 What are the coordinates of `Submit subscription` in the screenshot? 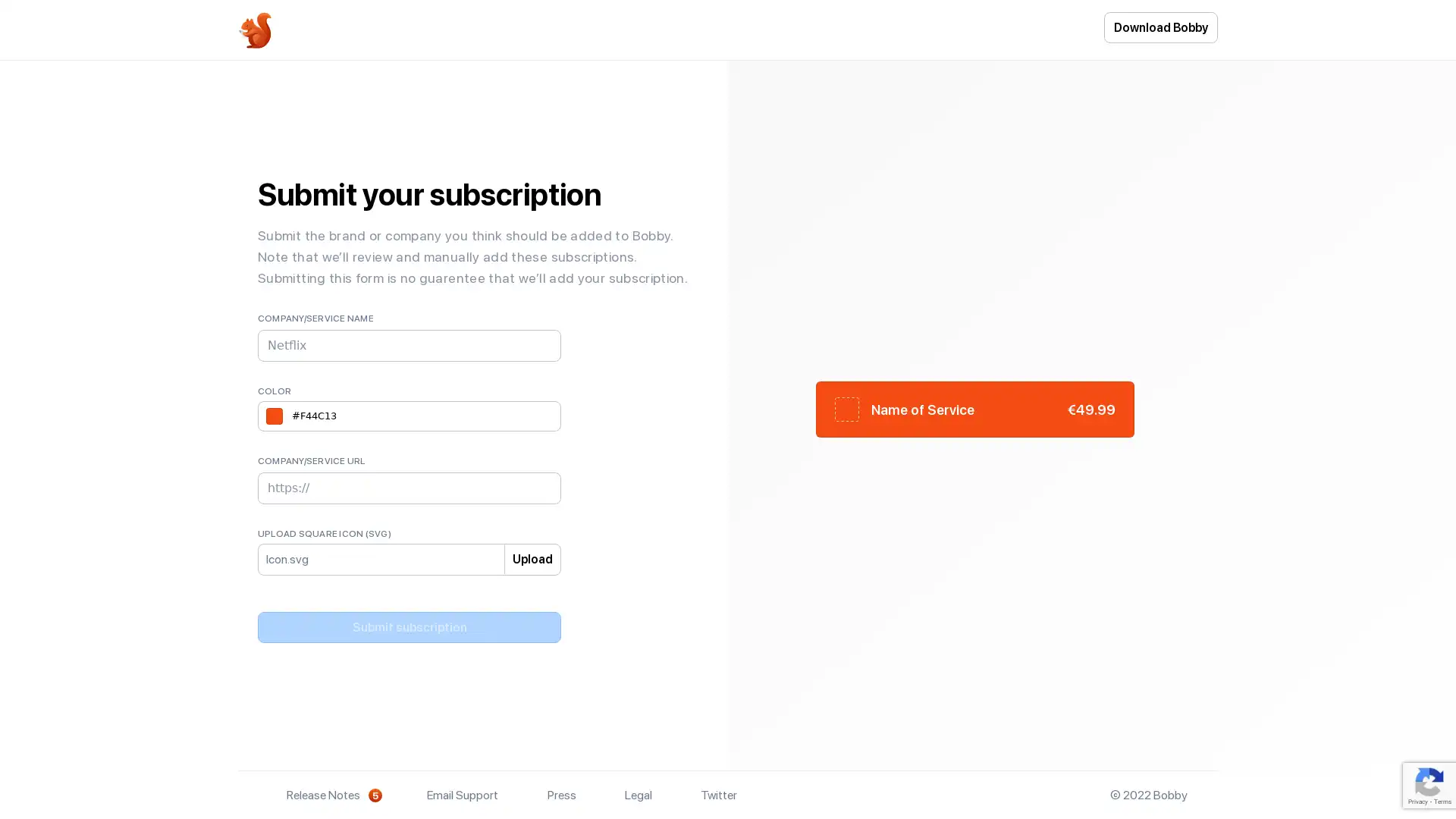 It's located at (409, 626).